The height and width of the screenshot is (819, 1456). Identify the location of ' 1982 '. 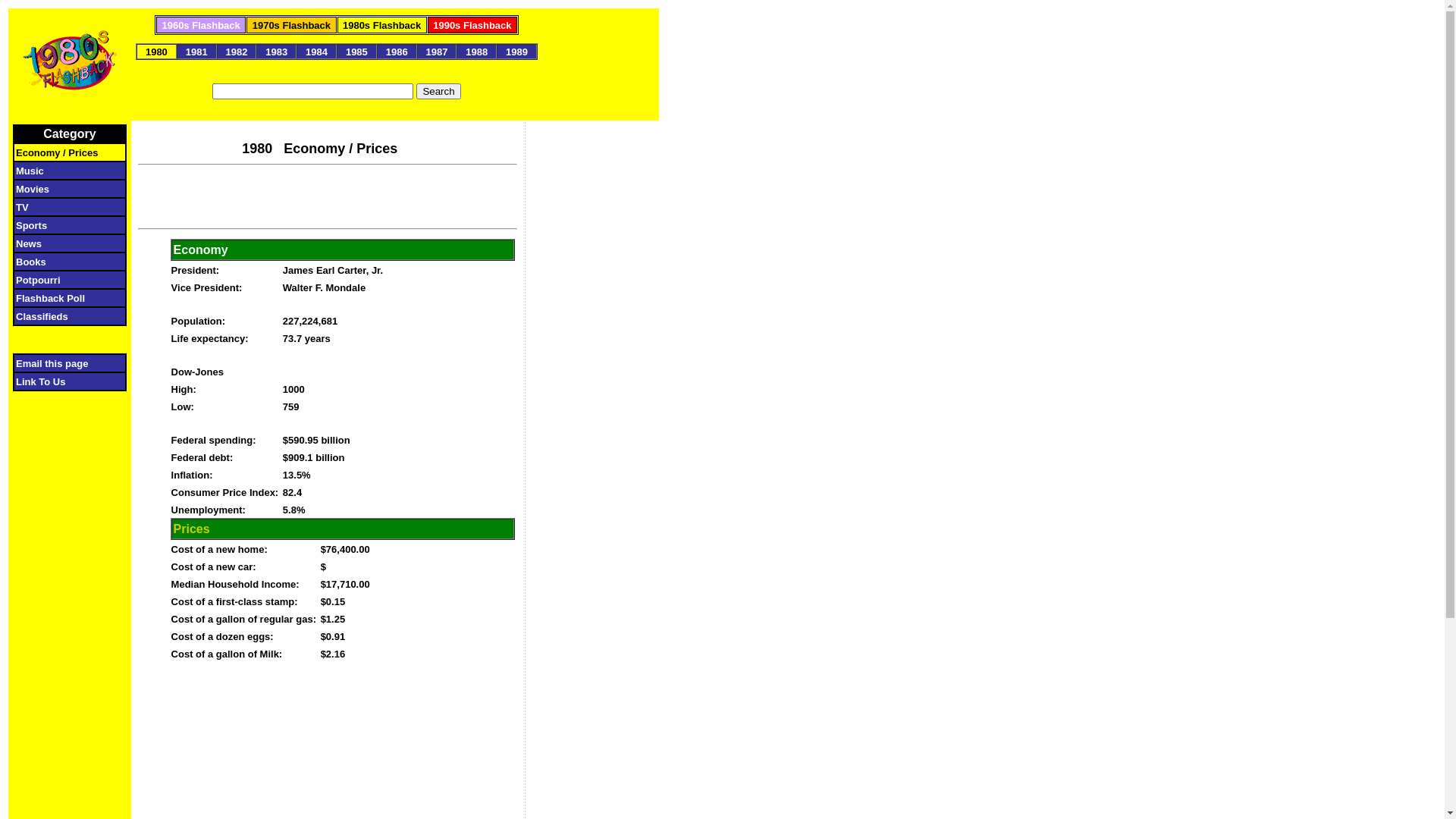
(236, 50).